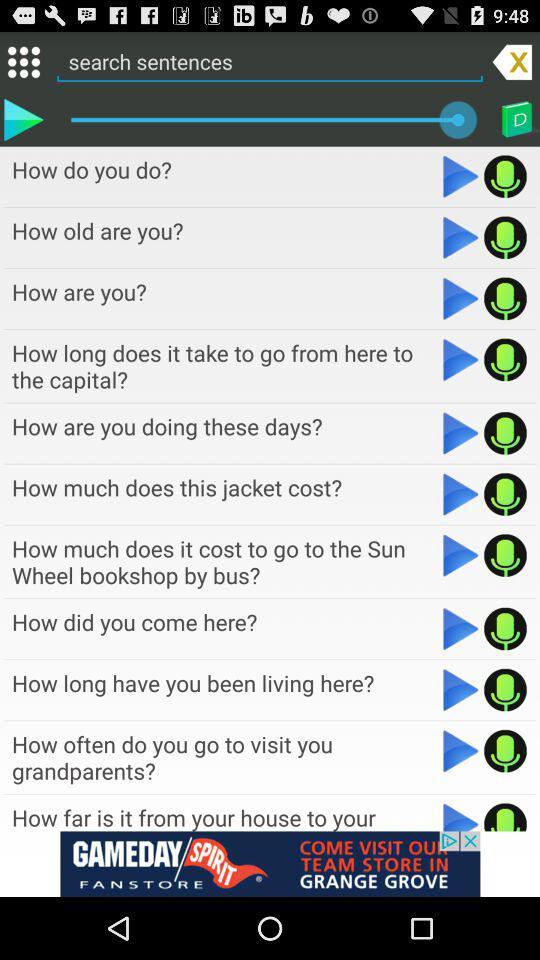 The height and width of the screenshot is (960, 540). I want to click on play, so click(461, 750).